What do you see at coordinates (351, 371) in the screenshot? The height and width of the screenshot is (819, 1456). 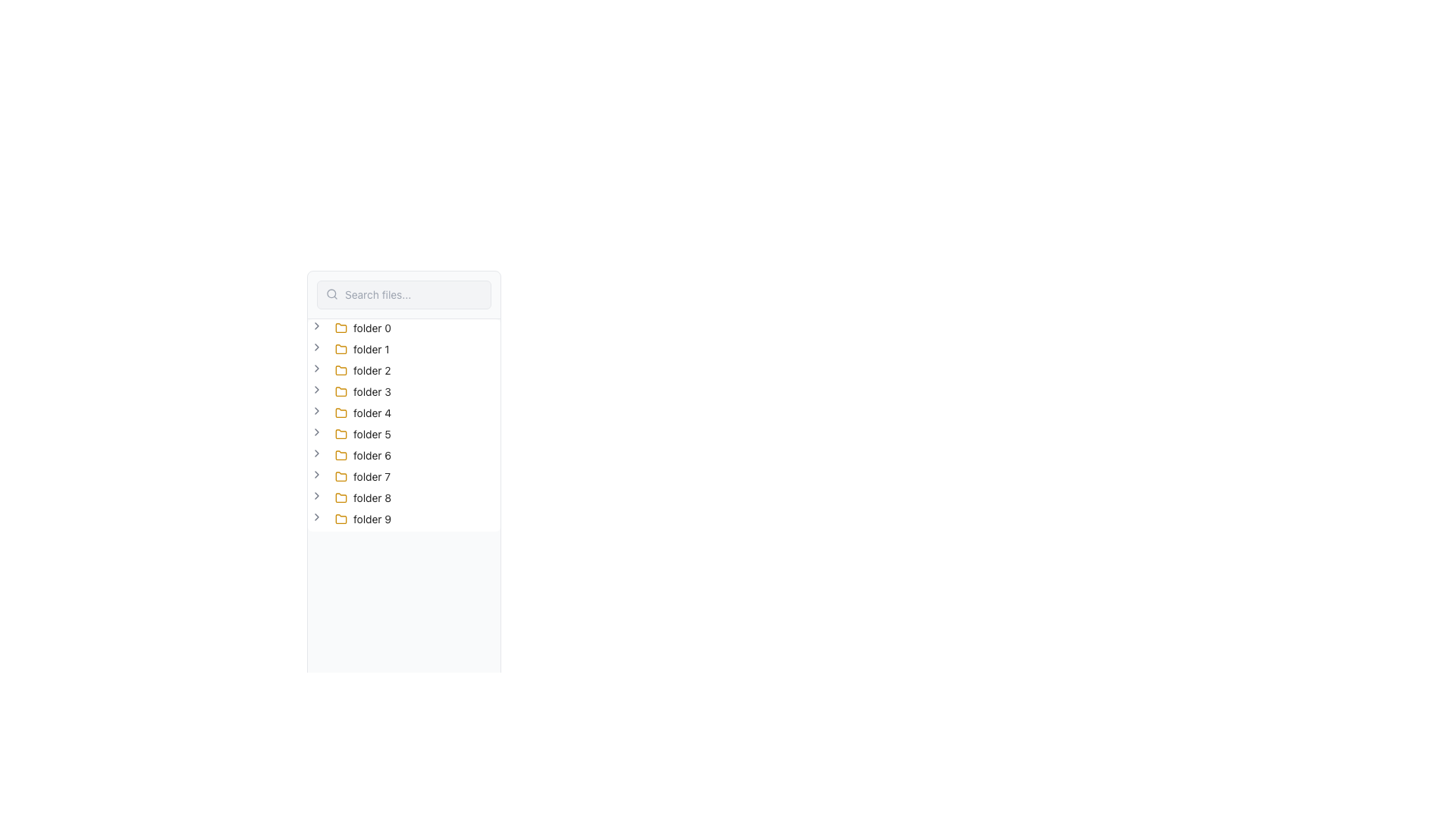 I see `the tree node representing 'folder 2'` at bounding box center [351, 371].